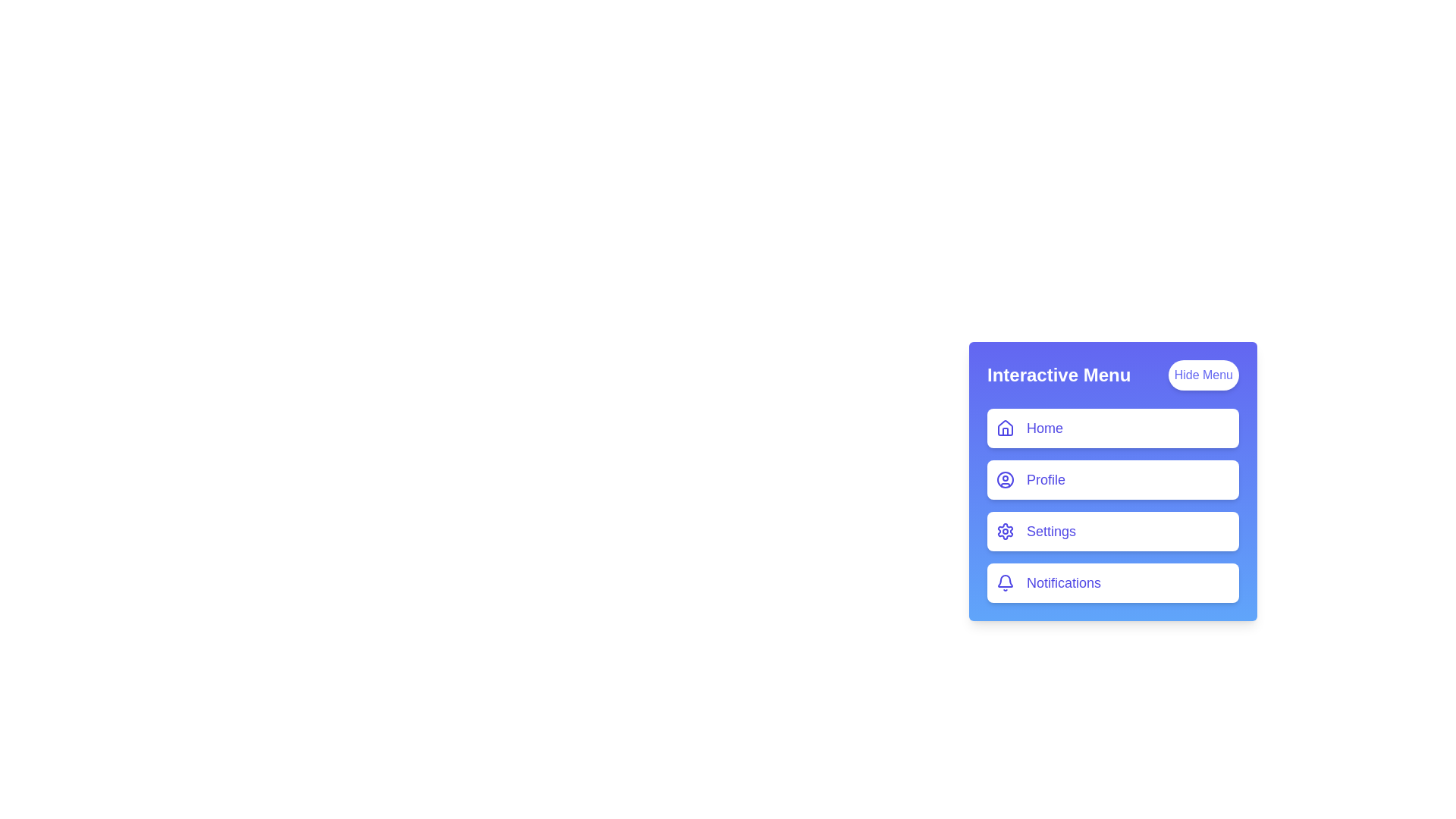 This screenshot has width=1456, height=819. Describe the element at coordinates (1005, 428) in the screenshot. I see `the menu item icon corresponding to Home` at that location.